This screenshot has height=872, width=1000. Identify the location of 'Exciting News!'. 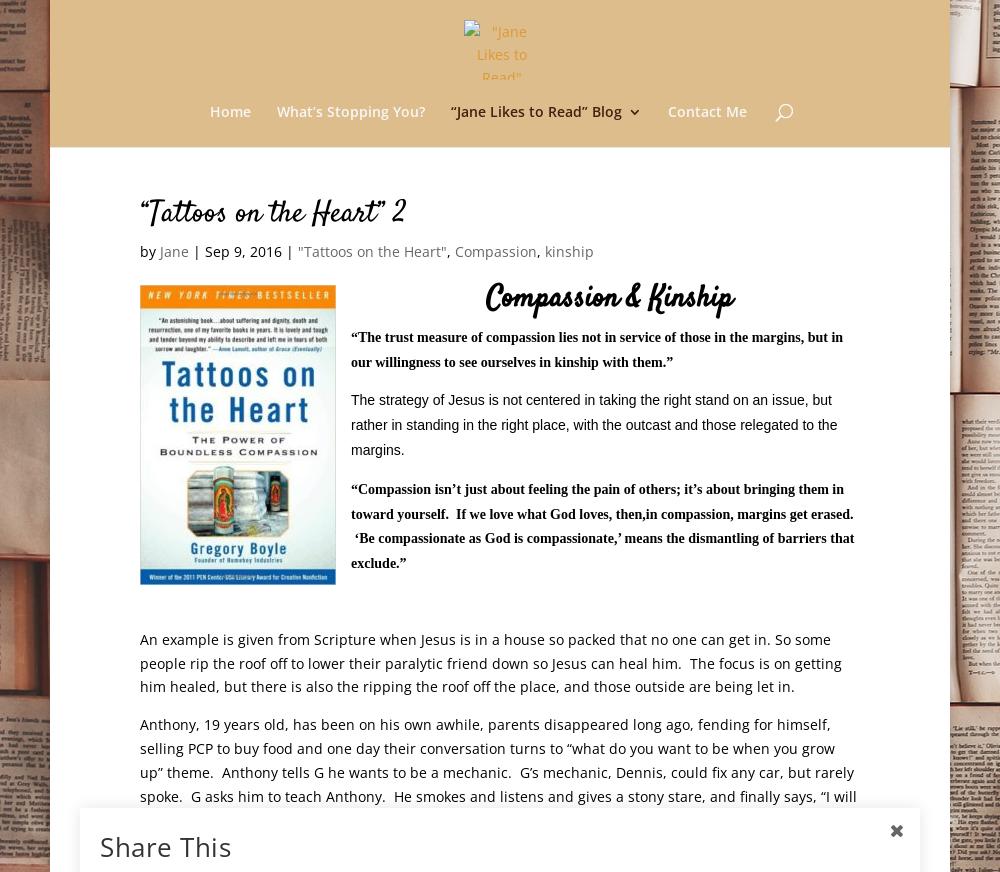
(489, 189).